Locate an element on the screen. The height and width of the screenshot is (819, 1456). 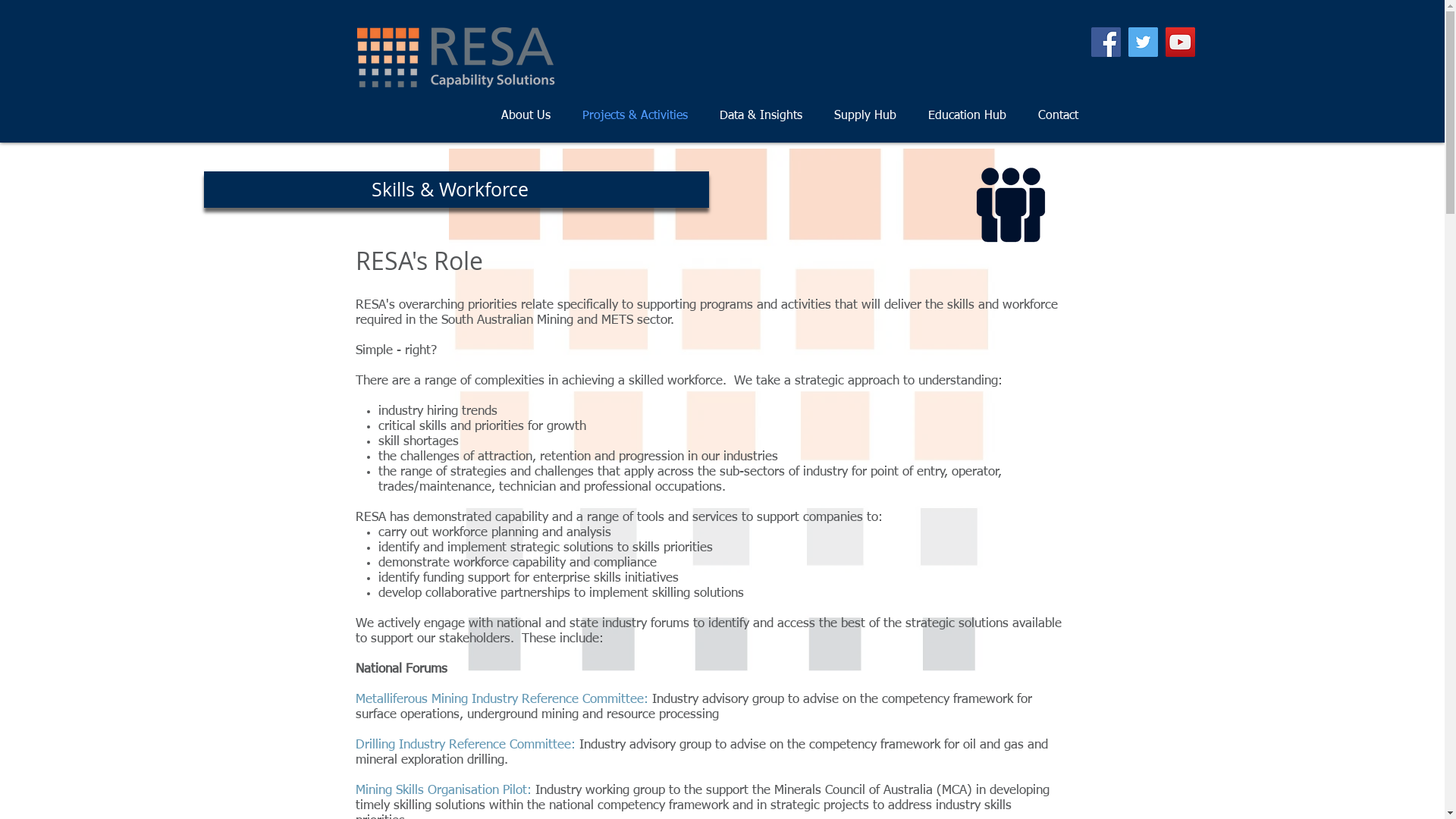
'Education Hub' is located at coordinates (965, 115).